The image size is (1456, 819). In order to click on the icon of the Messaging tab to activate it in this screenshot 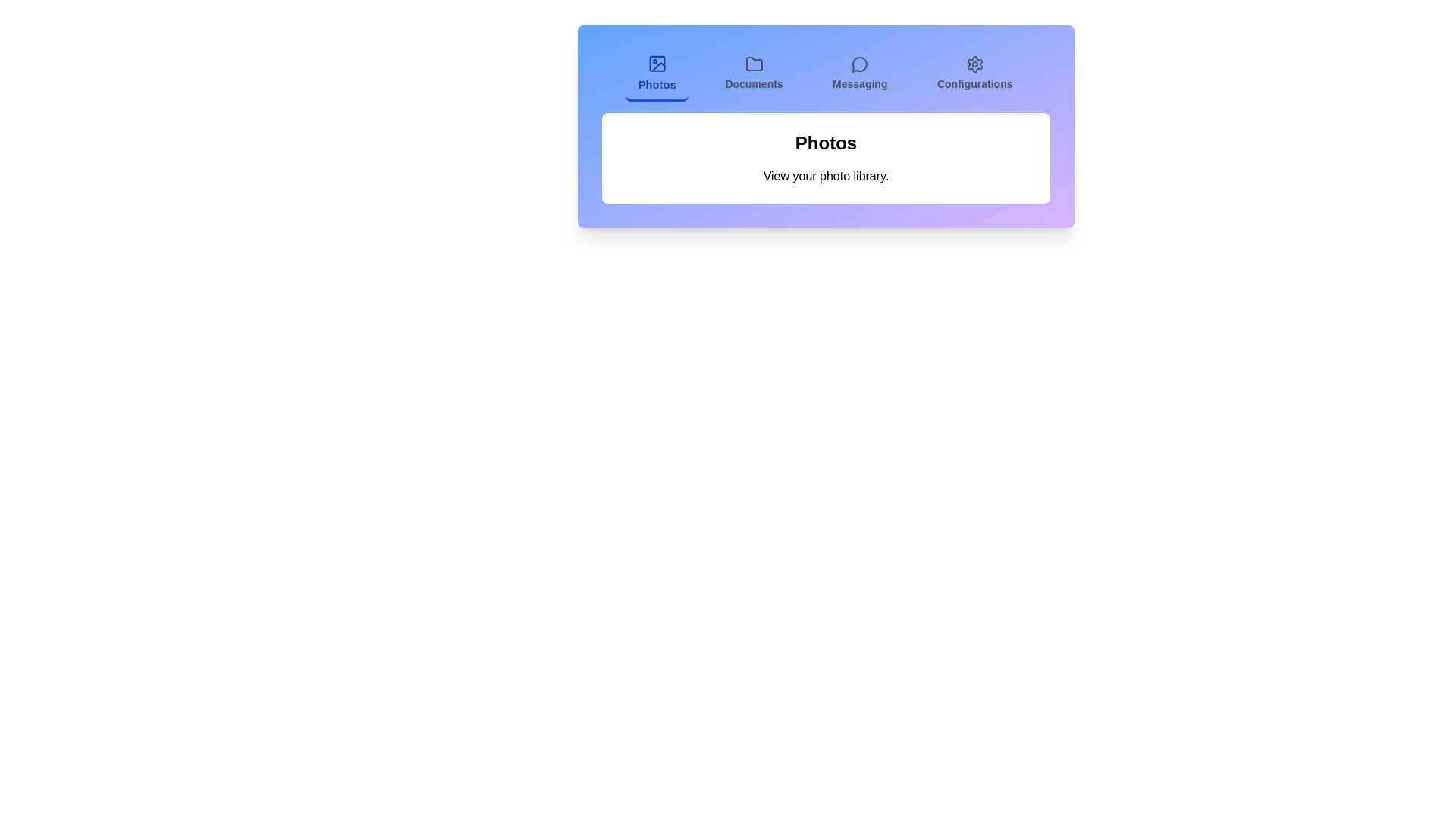, I will do `click(859, 63)`.